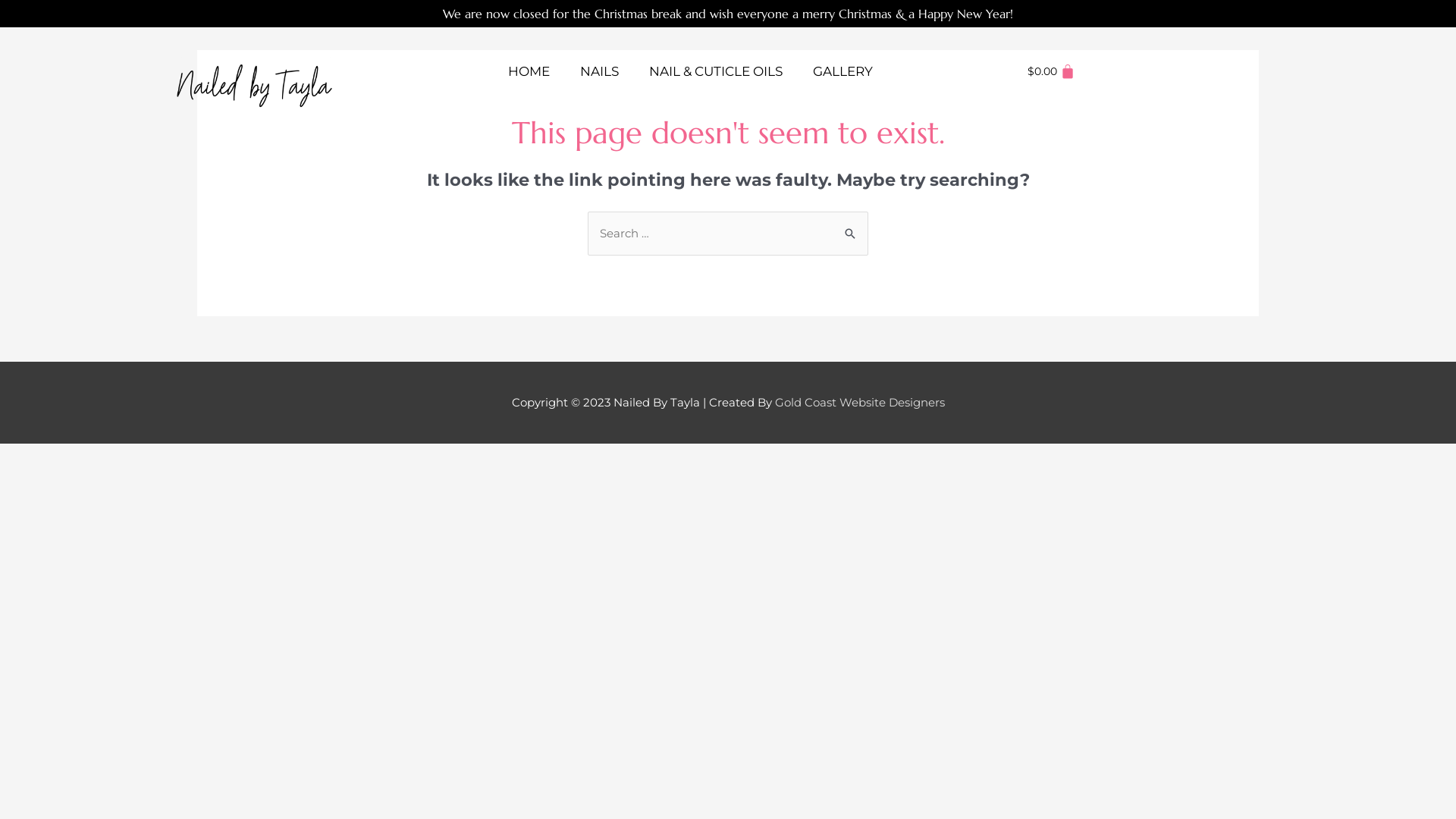  Describe the element at coordinates (1050, 71) in the screenshot. I see `'$0.00'` at that location.